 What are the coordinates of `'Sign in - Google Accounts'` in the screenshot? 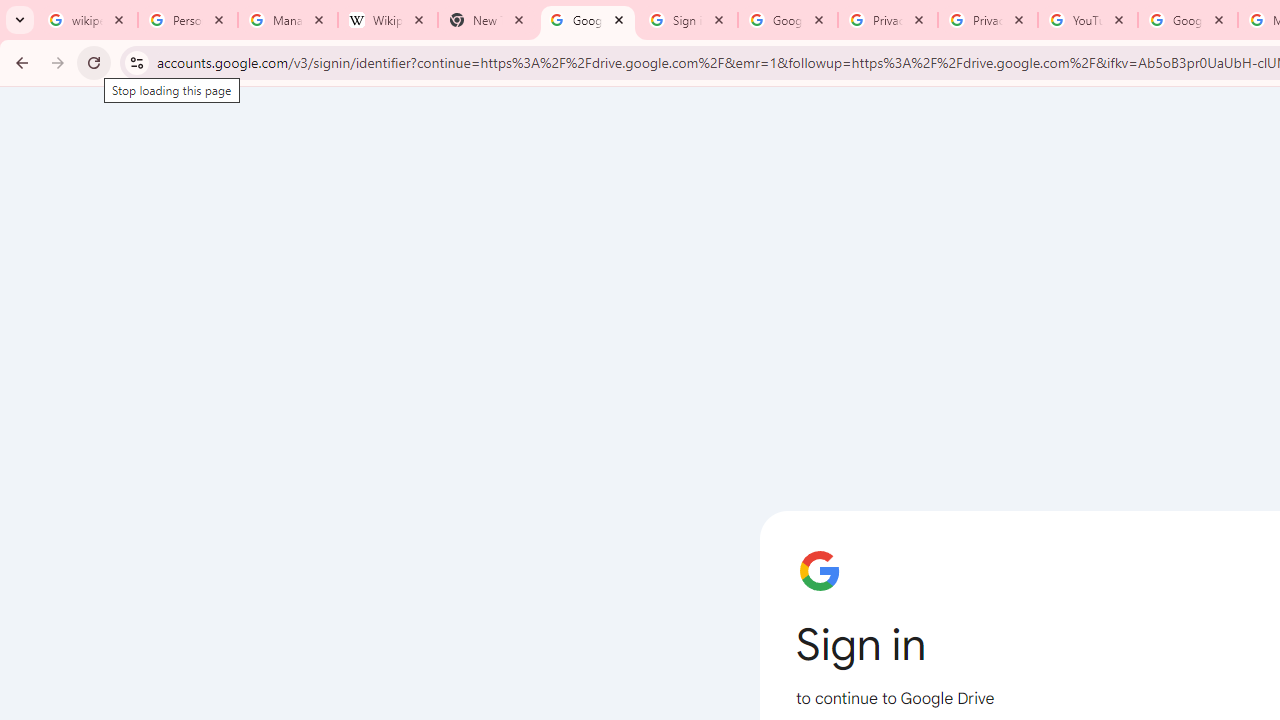 It's located at (688, 20).